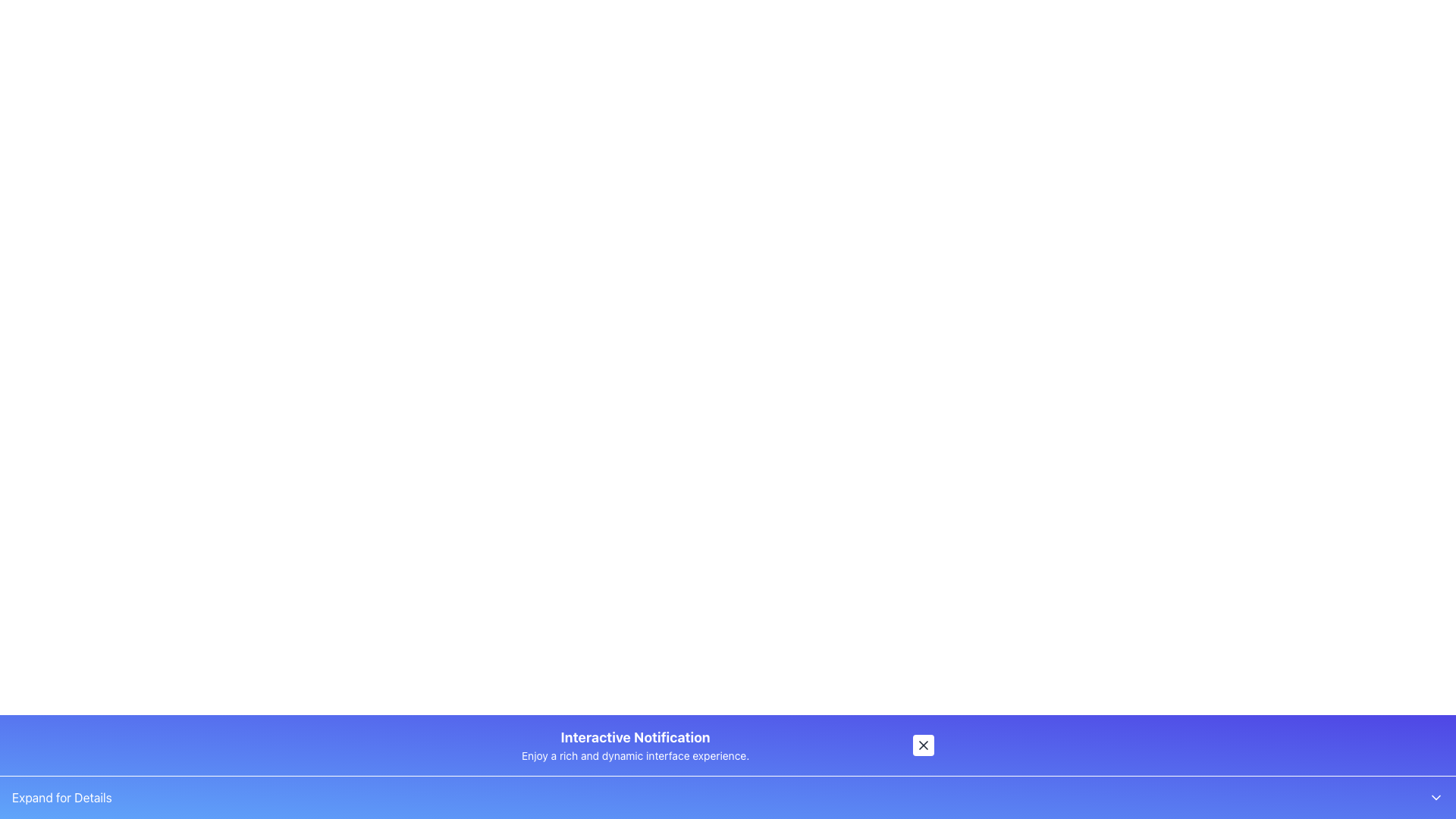  What do you see at coordinates (635, 745) in the screenshot?
I see `the text element that contains 'Interactive Notification' in a larger, bold font and 'Enjoy a rich and dynamic interface experience.' in a smaller font, located near the bottom of the interface with a blue gradient background` at bounding box center [635, 745].